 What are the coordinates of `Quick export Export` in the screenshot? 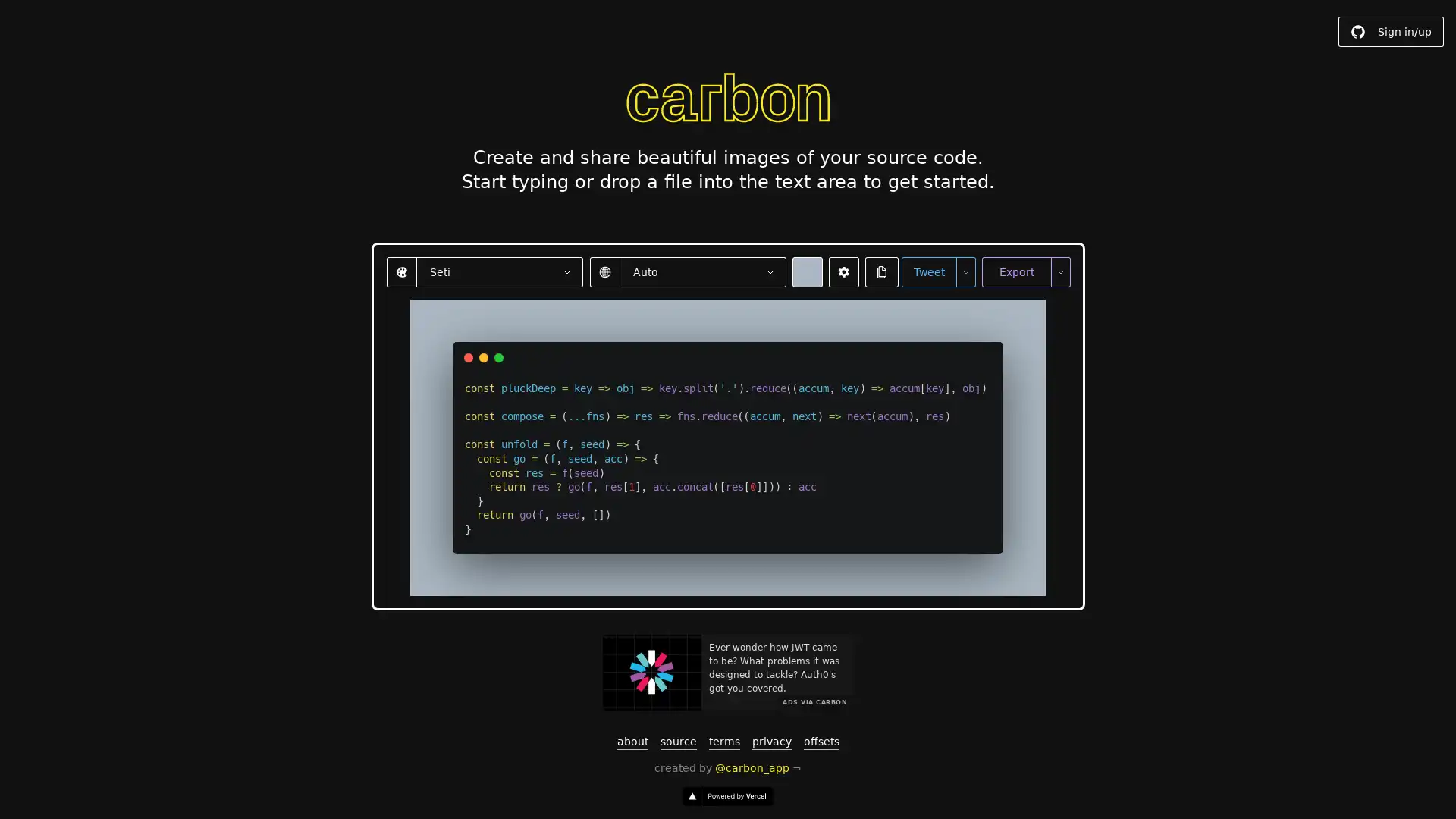 It's located at (1015, 271).